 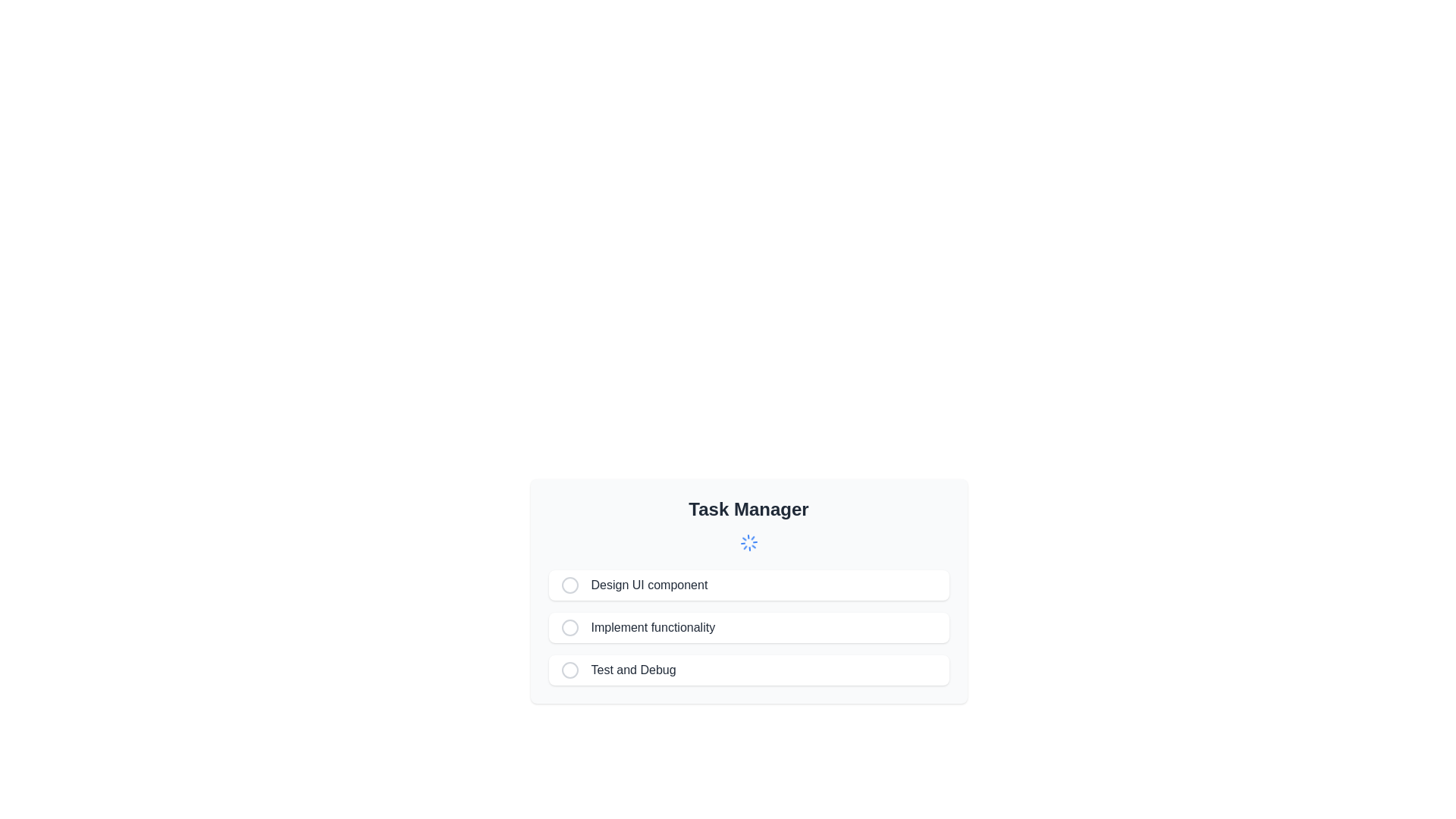 What do you see at coordinates (748, 669) in the screenshot?
I see `the 'Test and Debug' selectable button in the task manager panel` at bounding box center [748, 669].